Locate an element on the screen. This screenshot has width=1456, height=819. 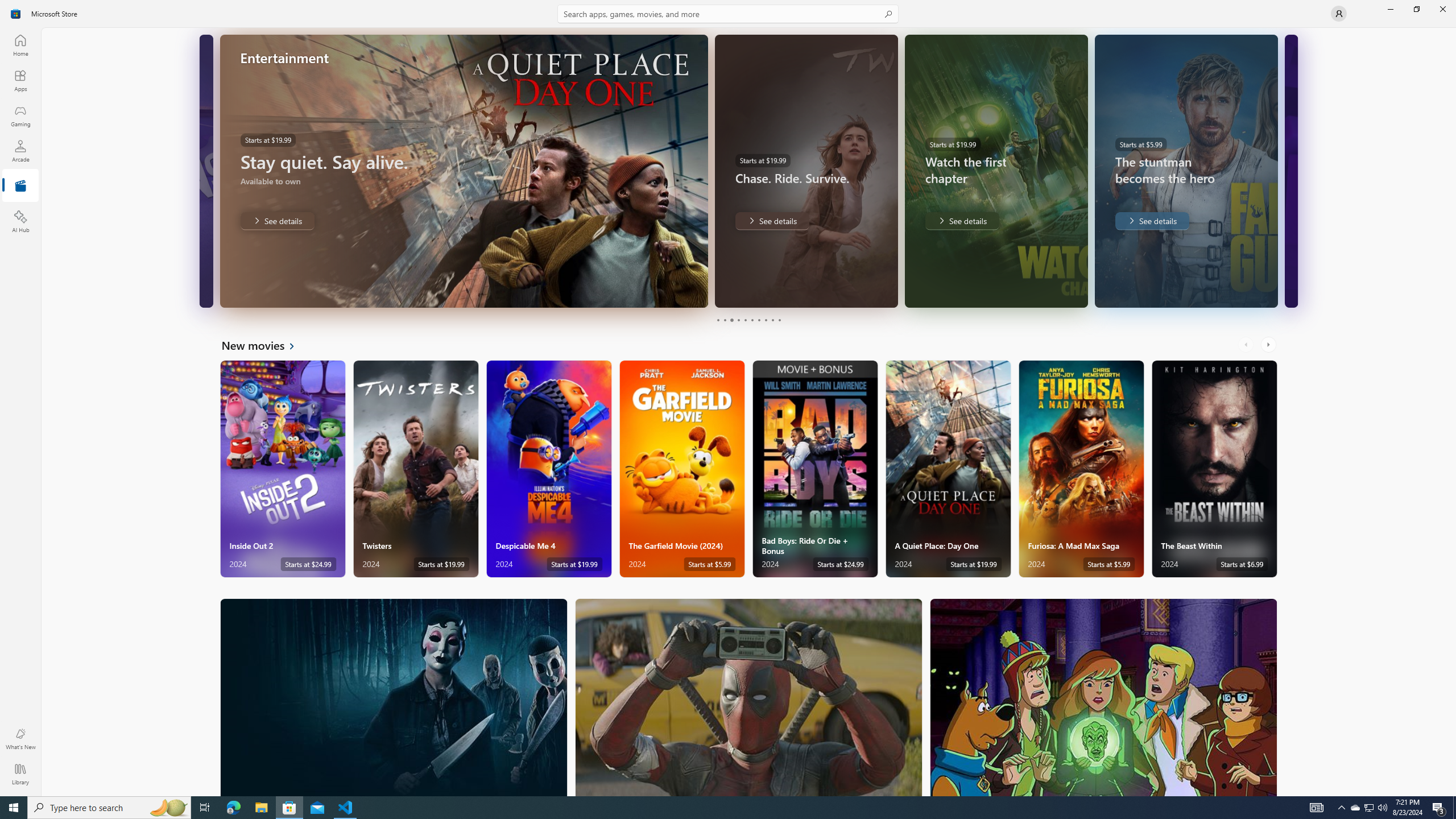
'Gaming' is located at coordinates (19, 115).